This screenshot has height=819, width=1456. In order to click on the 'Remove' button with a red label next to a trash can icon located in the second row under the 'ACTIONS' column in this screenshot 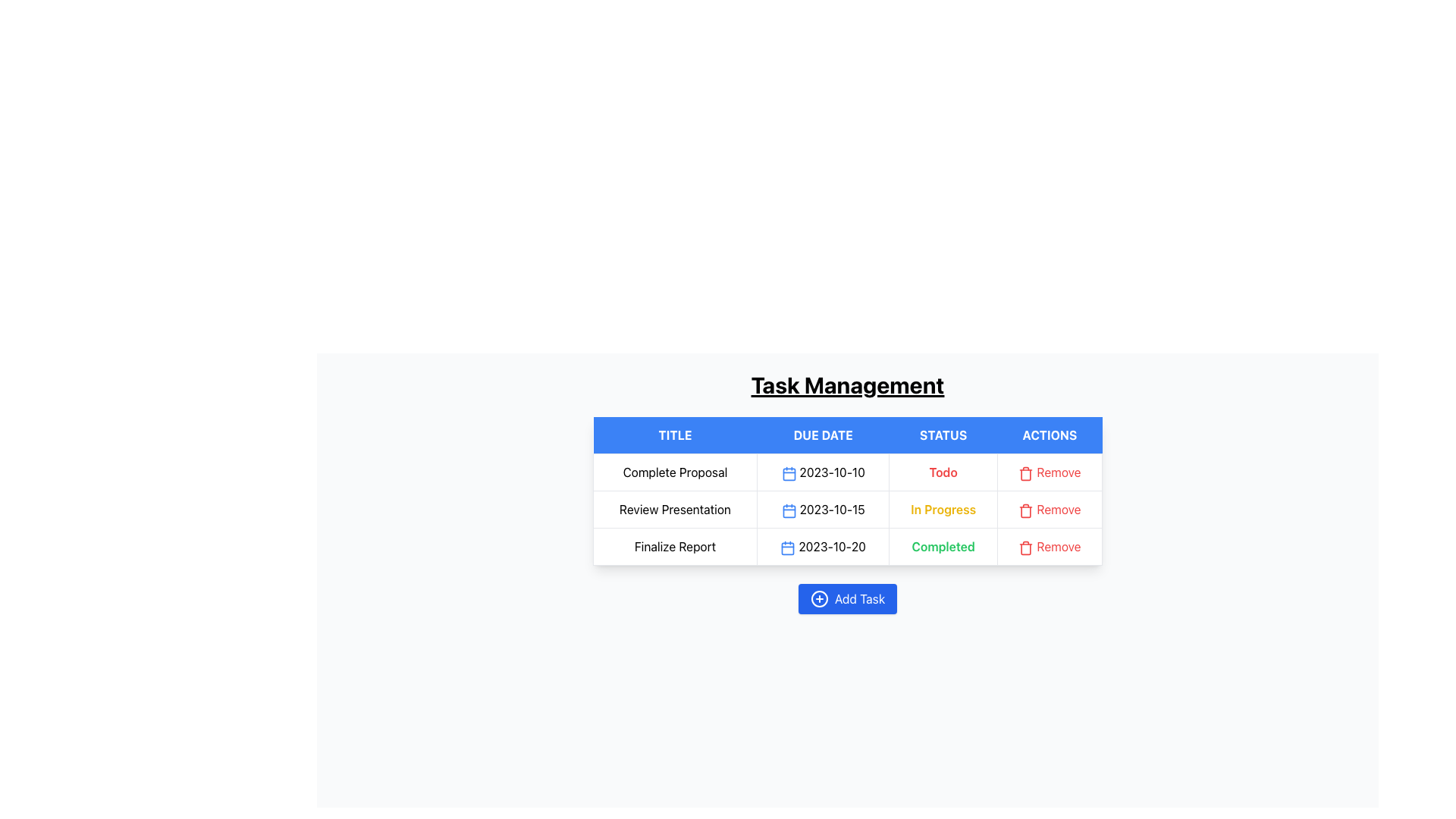, I will do `click(1048, 509)`.